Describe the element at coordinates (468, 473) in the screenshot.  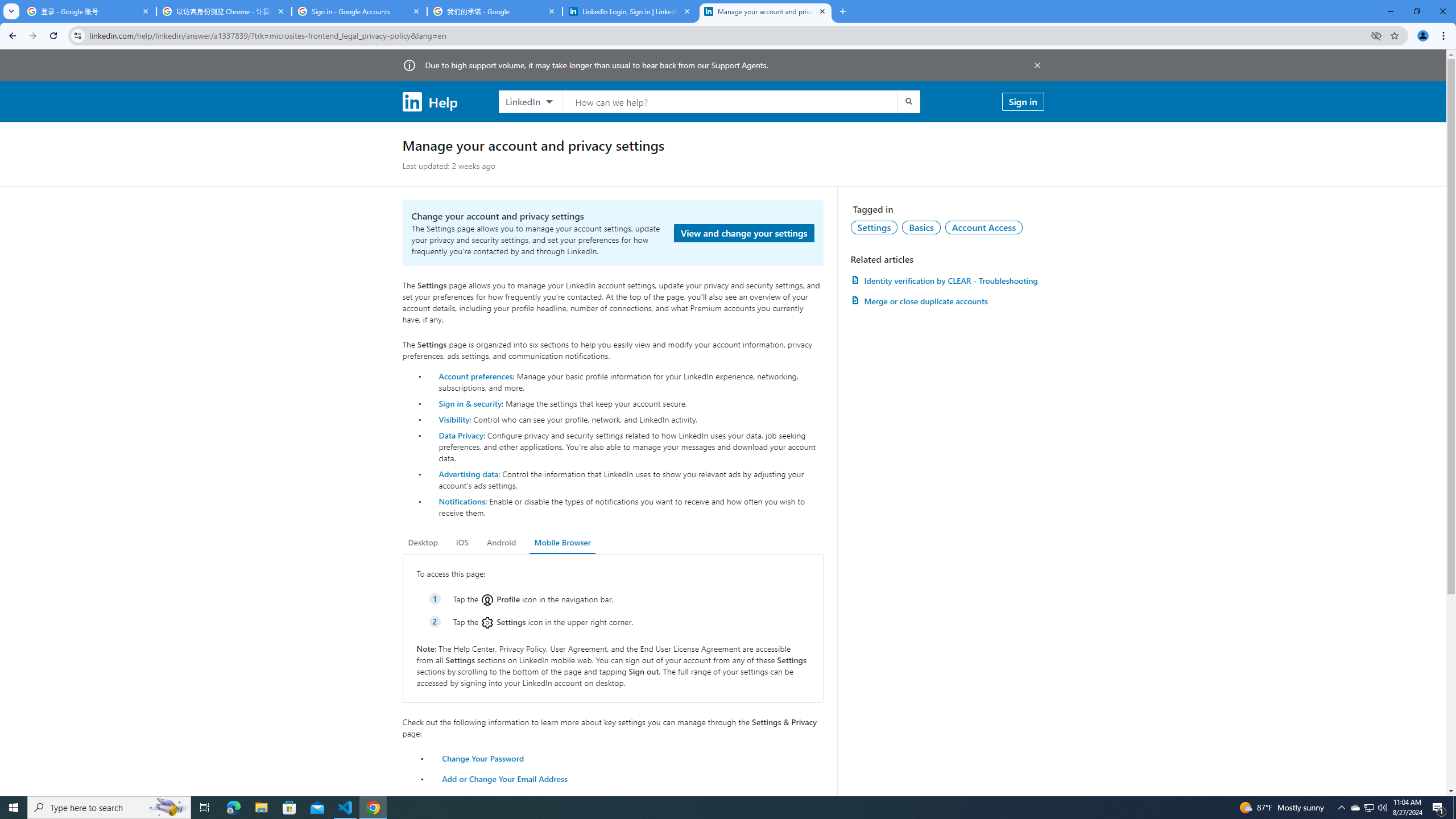
I see `'Advertising data'` at that location.